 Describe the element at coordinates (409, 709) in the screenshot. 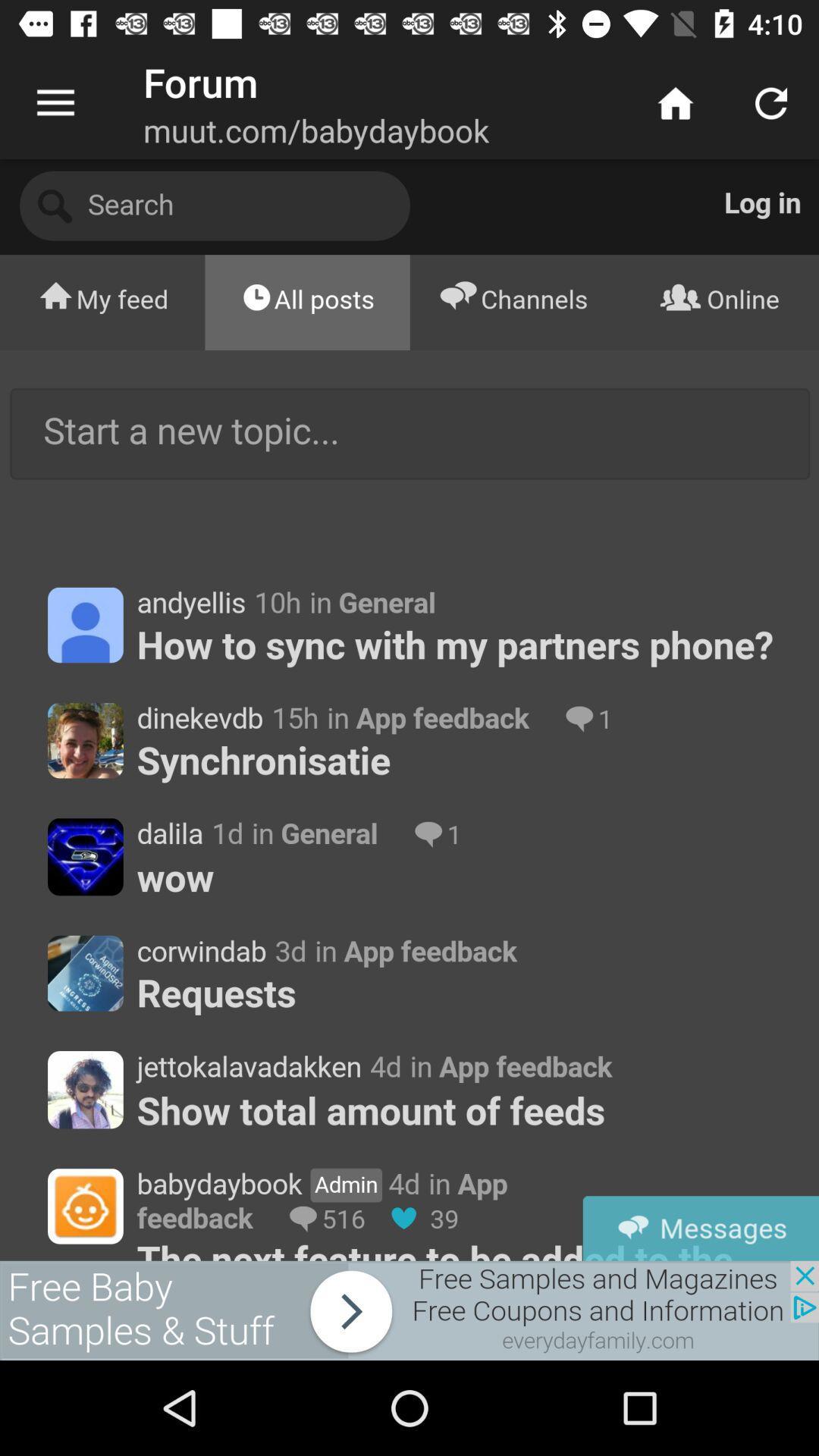

I see `full page` at that location.